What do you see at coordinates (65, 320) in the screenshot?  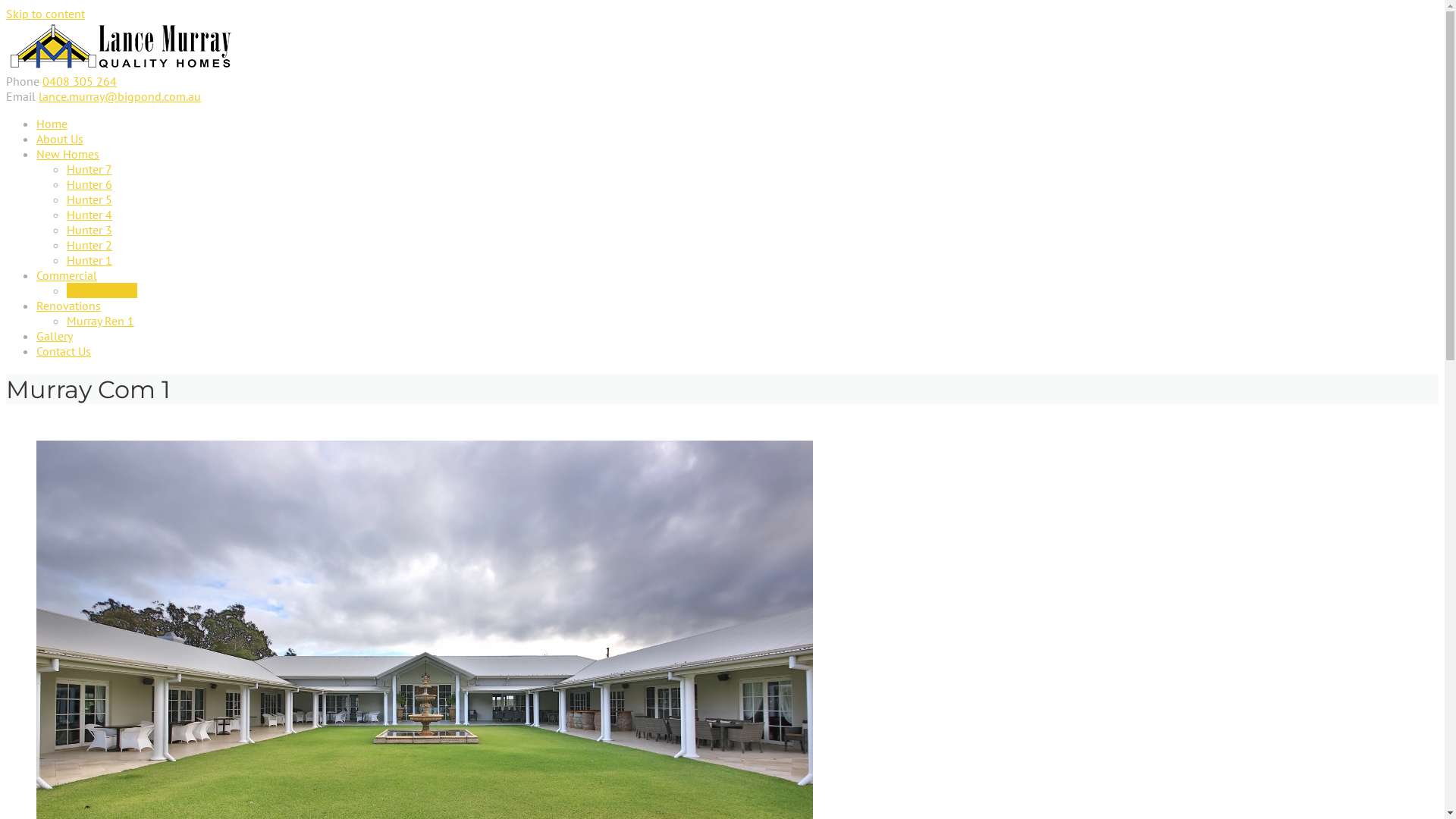 I see `'Murray Ren 1'` at bounding box center [65, 320].